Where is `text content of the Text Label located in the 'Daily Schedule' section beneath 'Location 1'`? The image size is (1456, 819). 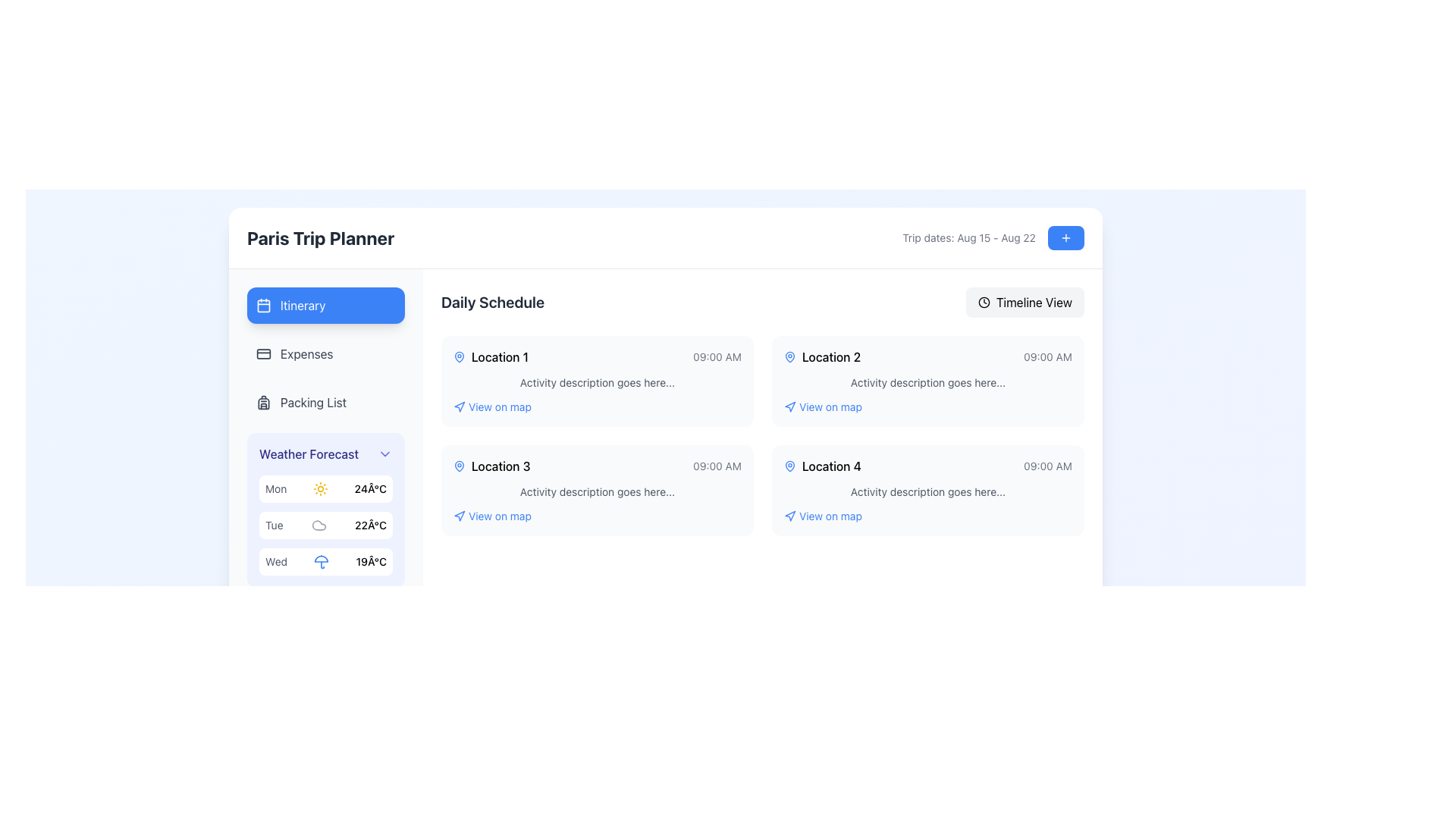 text content of the Text Label located in the 'Daily Schedule' section beneath 'Location 1' is located at coordinates (500, 465).